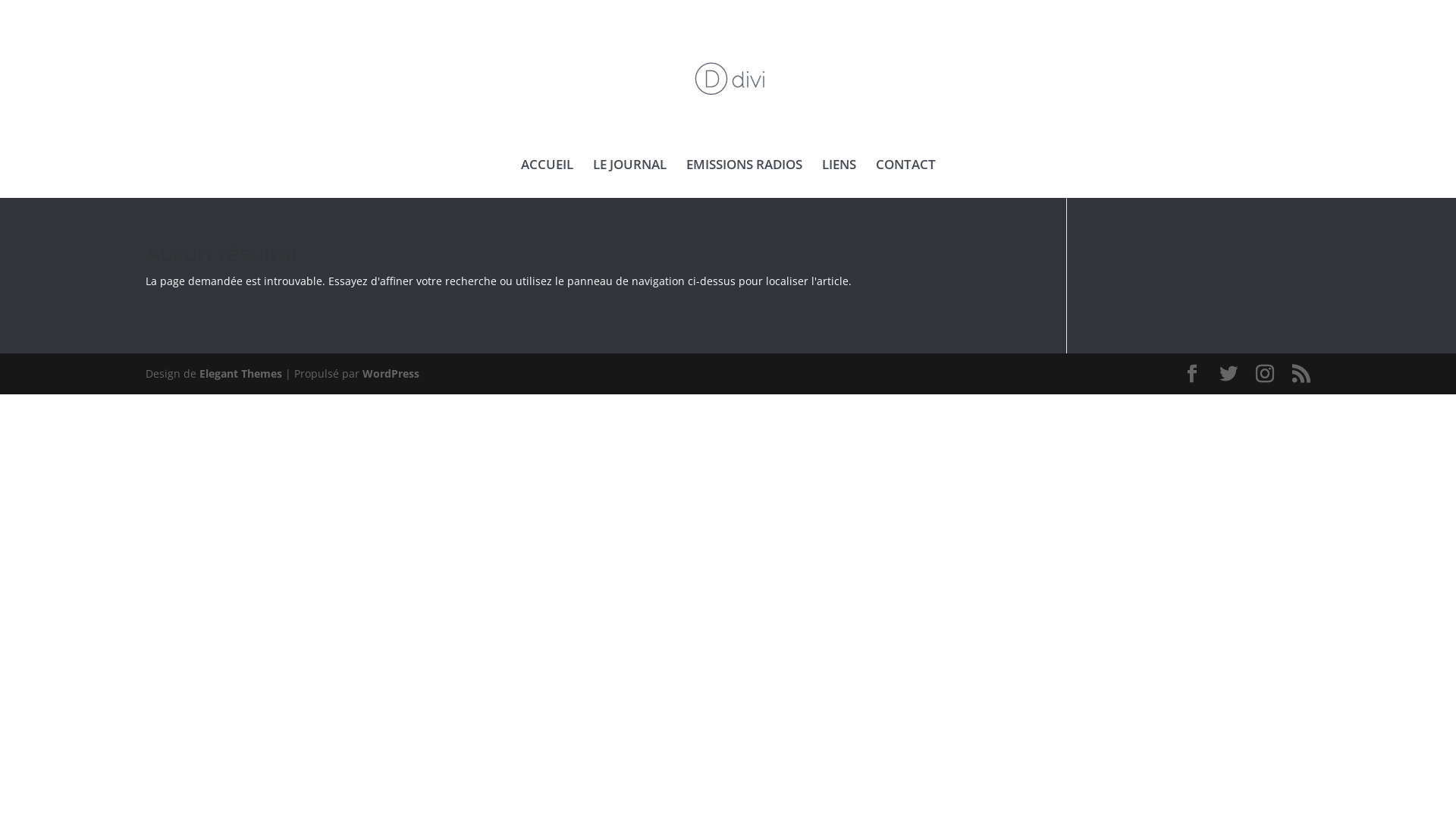  What do you see at coordinates (391, 373) in the screenshot?
I see `'WordPress'` at bounding box center [391, 373].